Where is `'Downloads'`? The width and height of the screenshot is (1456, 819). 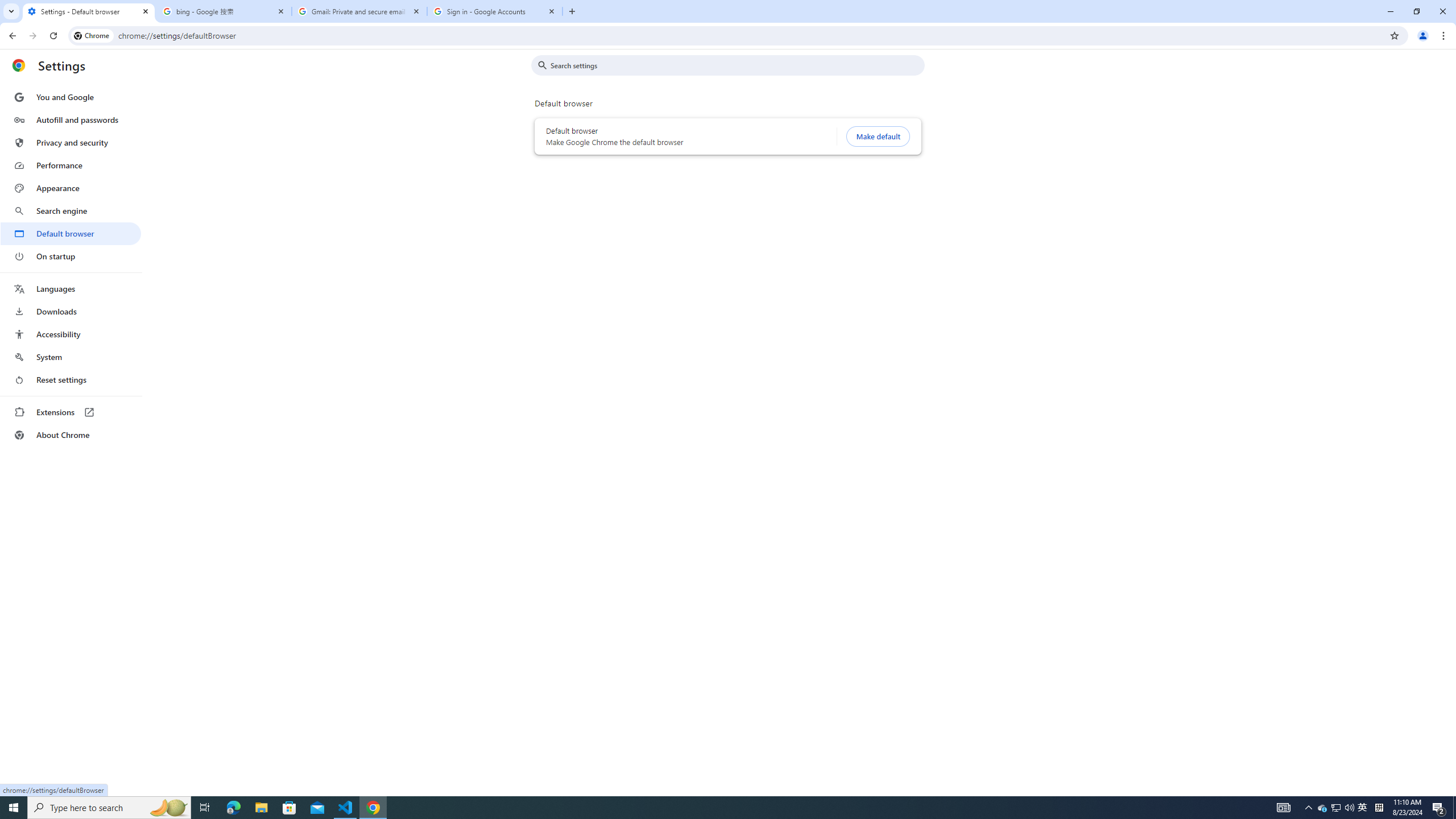 'Downloads' is located at coordinates (70, 311).